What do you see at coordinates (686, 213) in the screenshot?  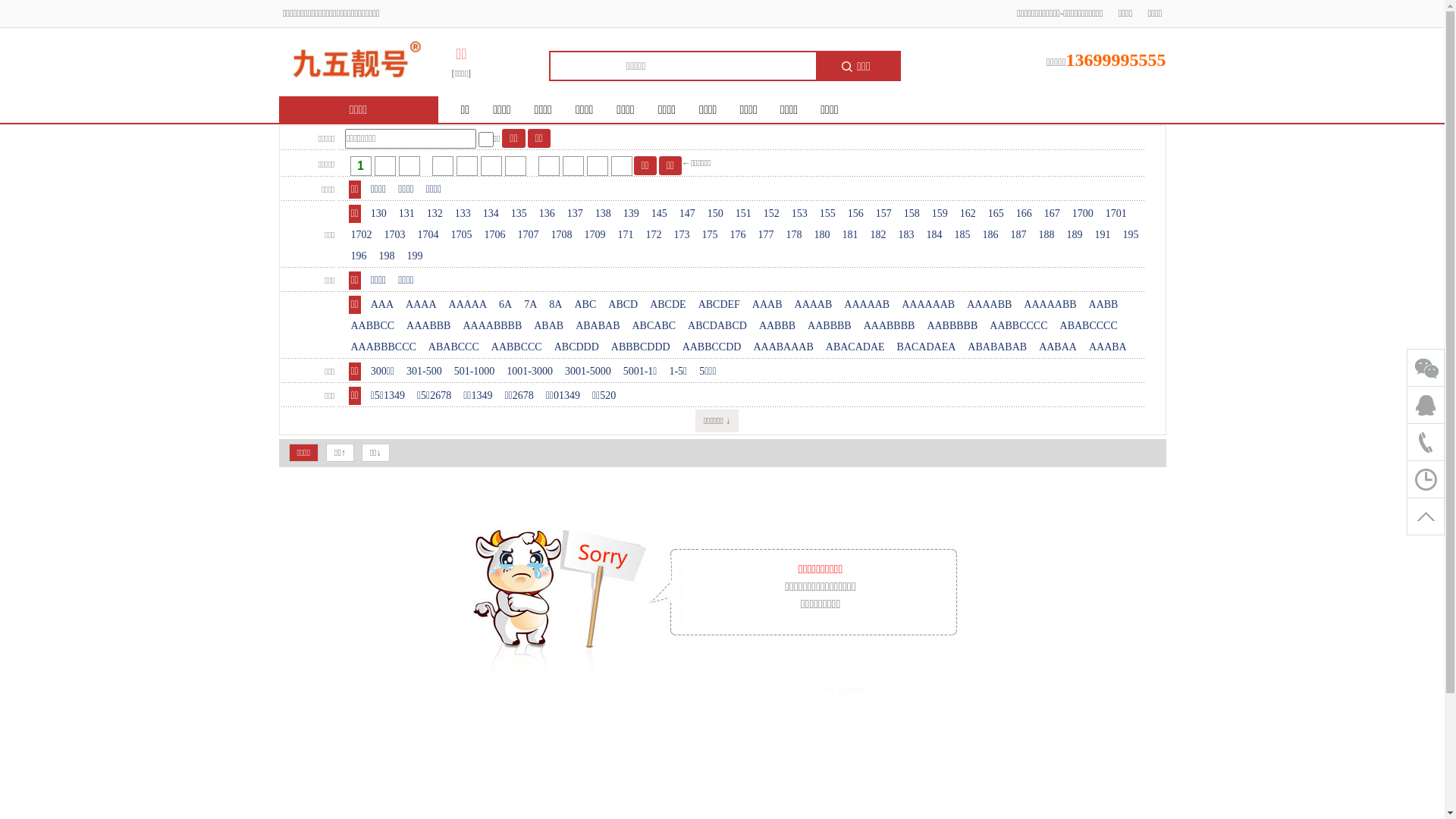 I see `'147'` at bounding box center [686, 213].